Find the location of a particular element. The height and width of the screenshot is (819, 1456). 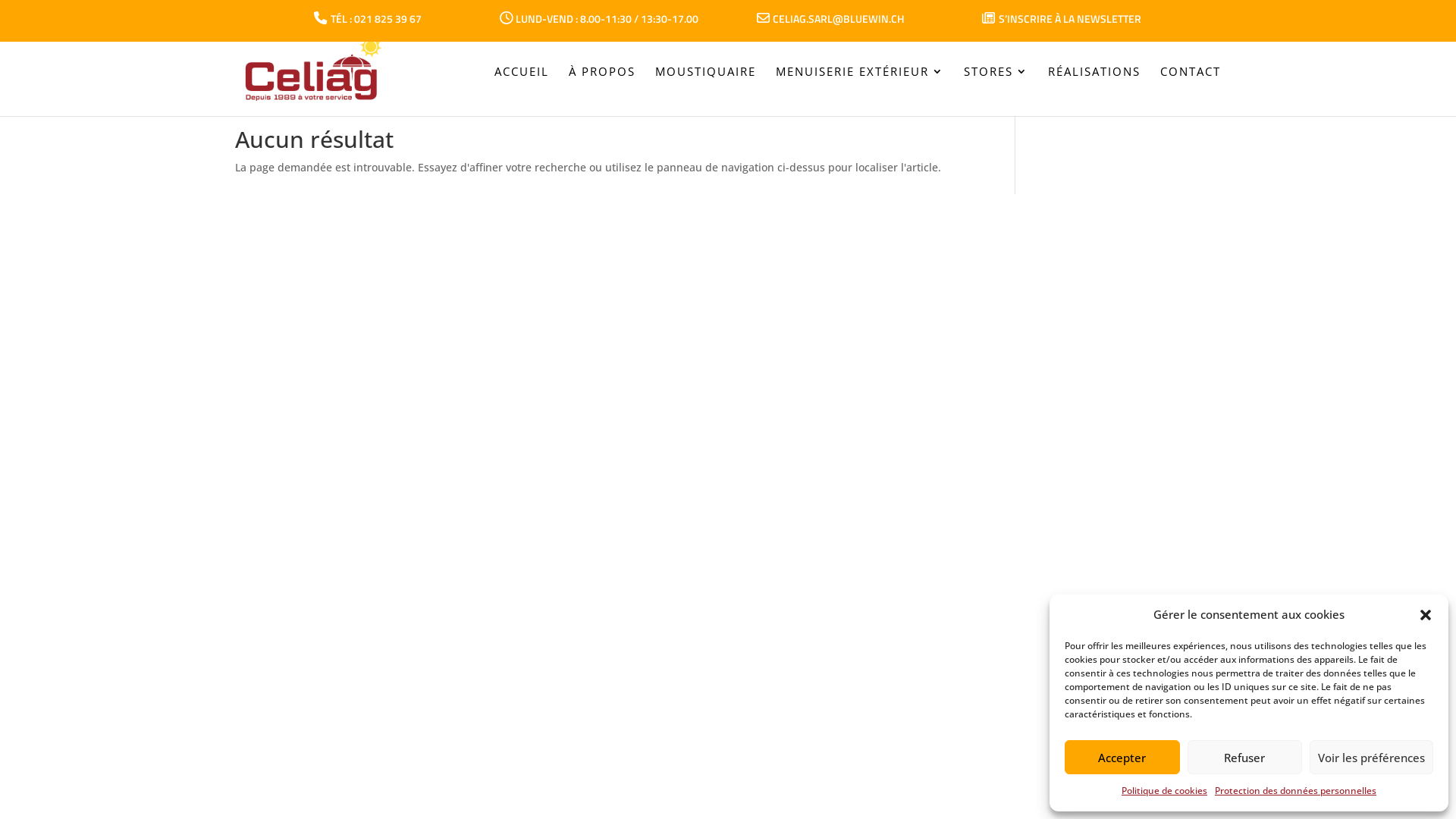

'MOUSTIQUAIRE' is located at coordinates (704, 93).